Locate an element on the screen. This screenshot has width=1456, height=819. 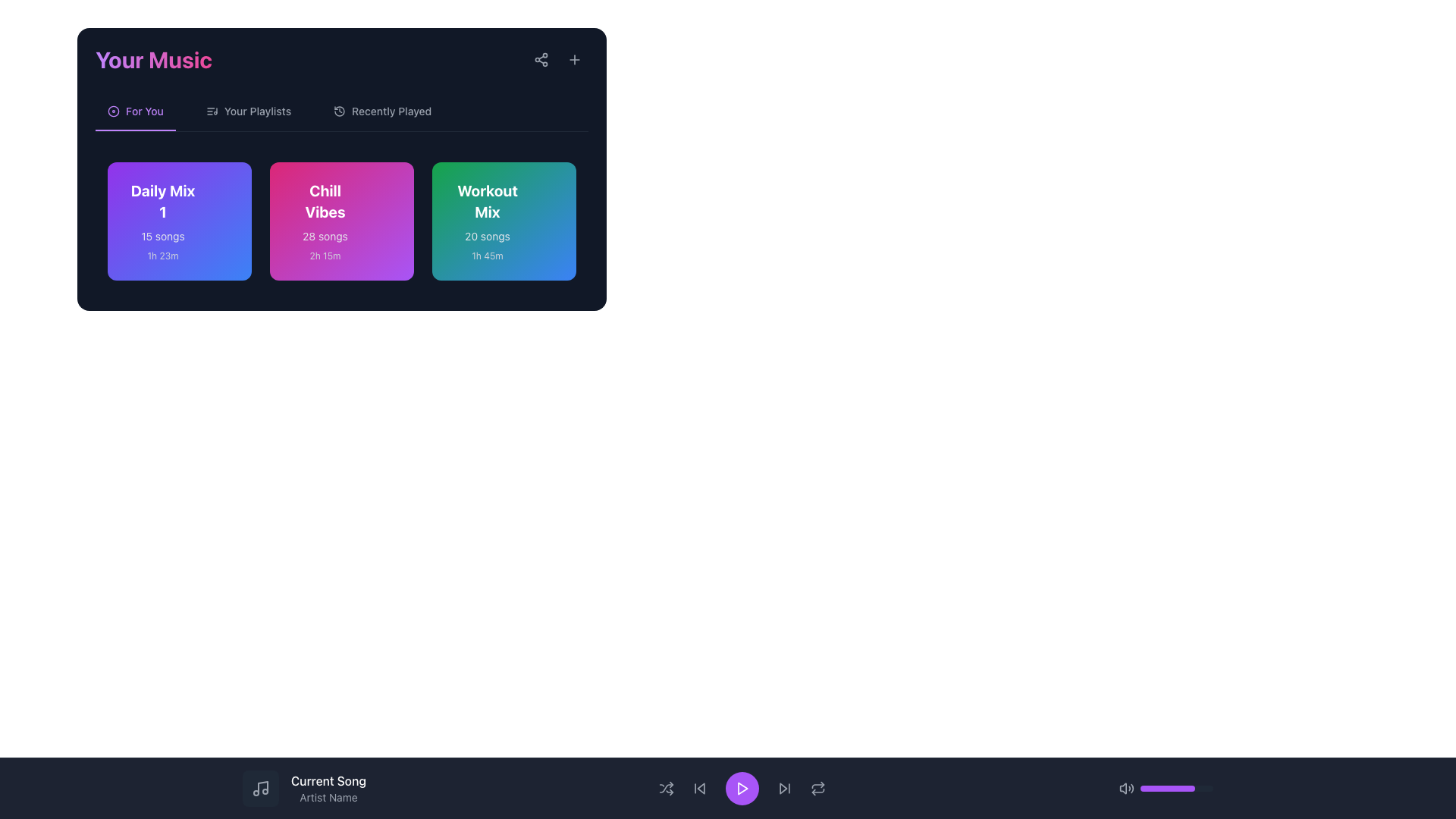
the play icon is located at coordinates (743, 788).